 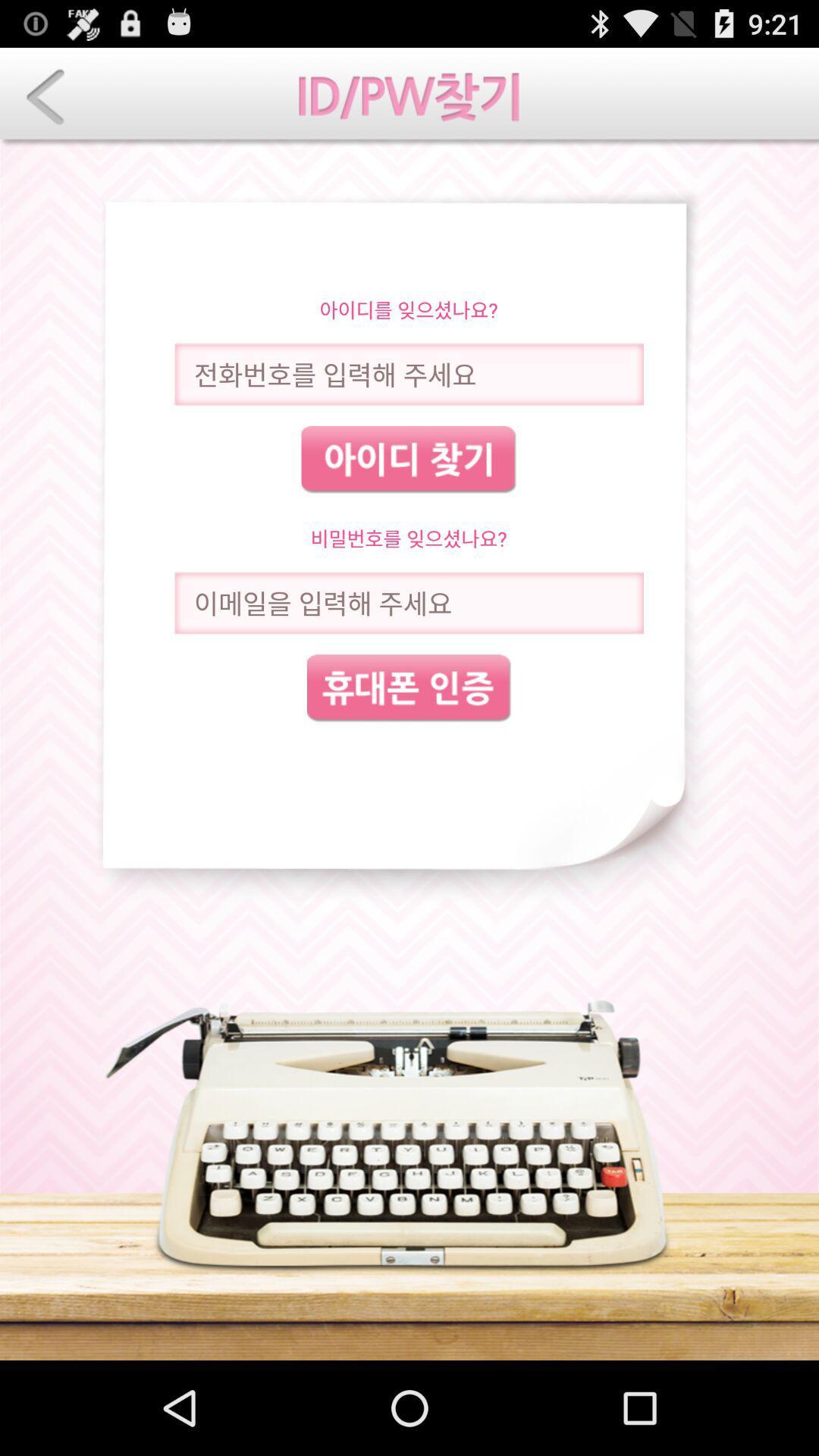 What do you see at coordinates (45, 96) in the screenshot?
I see `page back` at bounding box center [45, 96].